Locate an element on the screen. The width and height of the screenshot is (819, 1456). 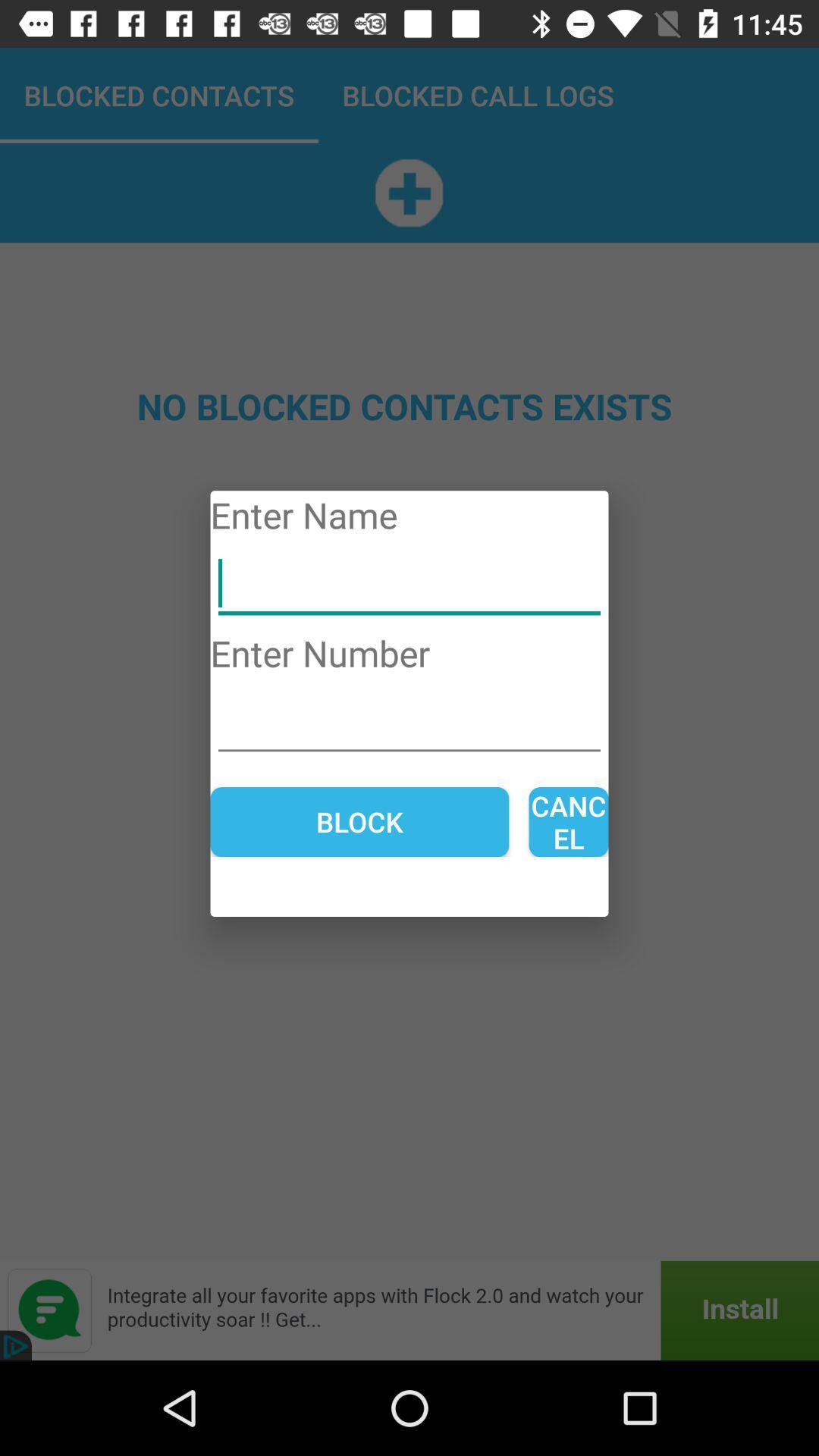
cancel is located at coordinates (568, 821).